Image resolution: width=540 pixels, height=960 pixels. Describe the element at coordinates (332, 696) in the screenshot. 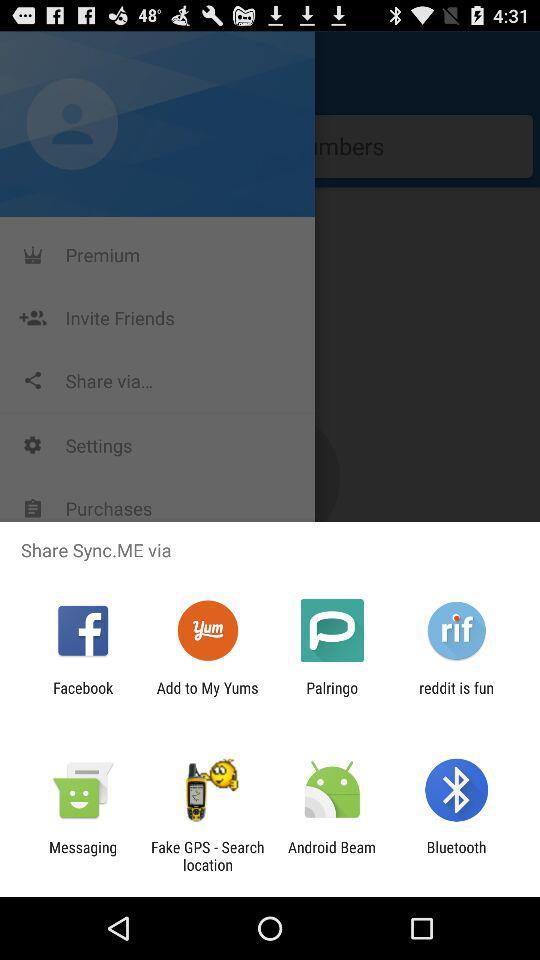

I see `item next to add to my item` at that location.